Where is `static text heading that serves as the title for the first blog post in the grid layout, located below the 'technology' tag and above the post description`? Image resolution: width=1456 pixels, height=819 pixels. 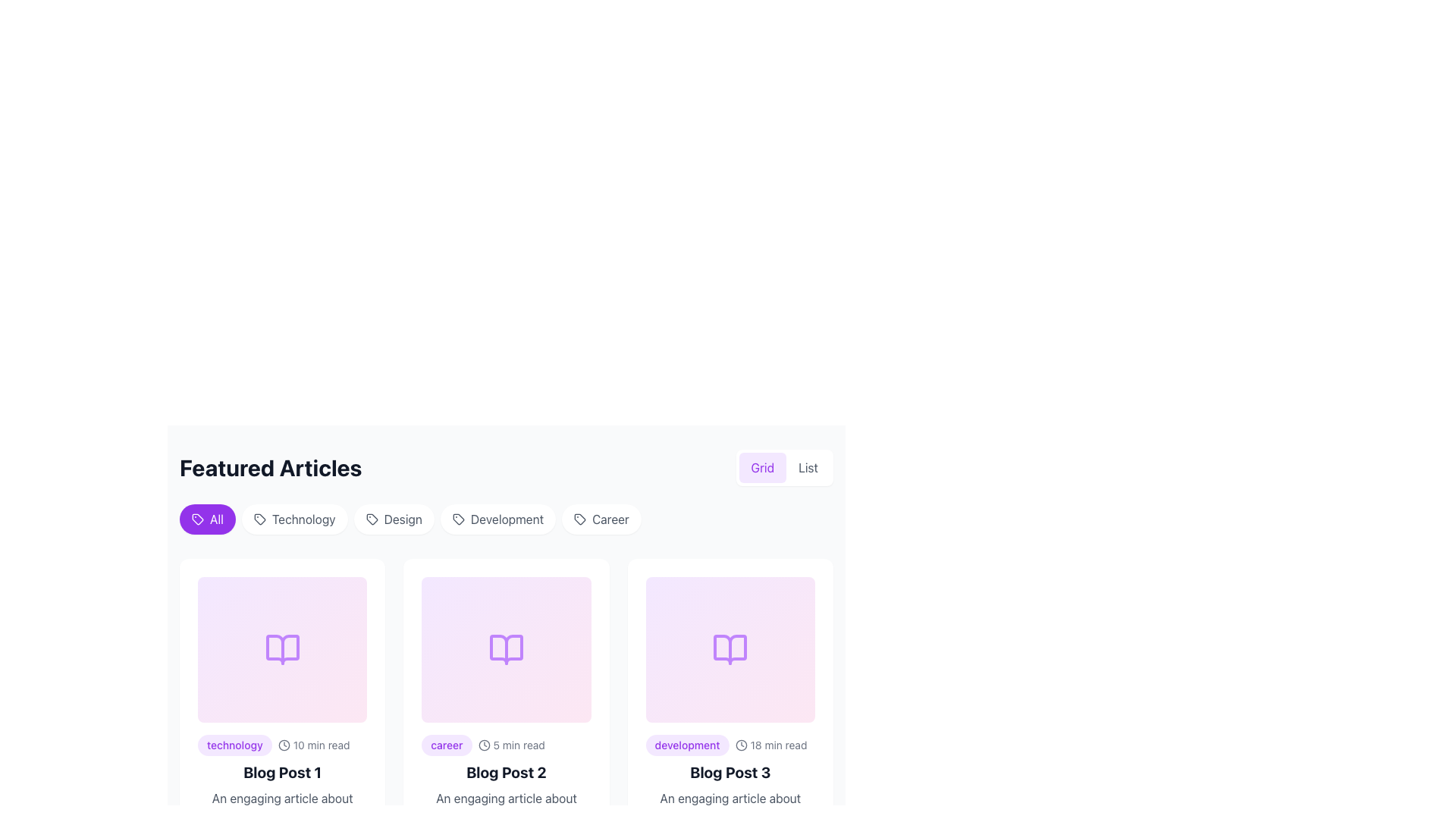 static text heading that serves as the title for the first blog post in the grid layout, located below the 'technology' tag and above the post description is located at coordinates (282, 772).